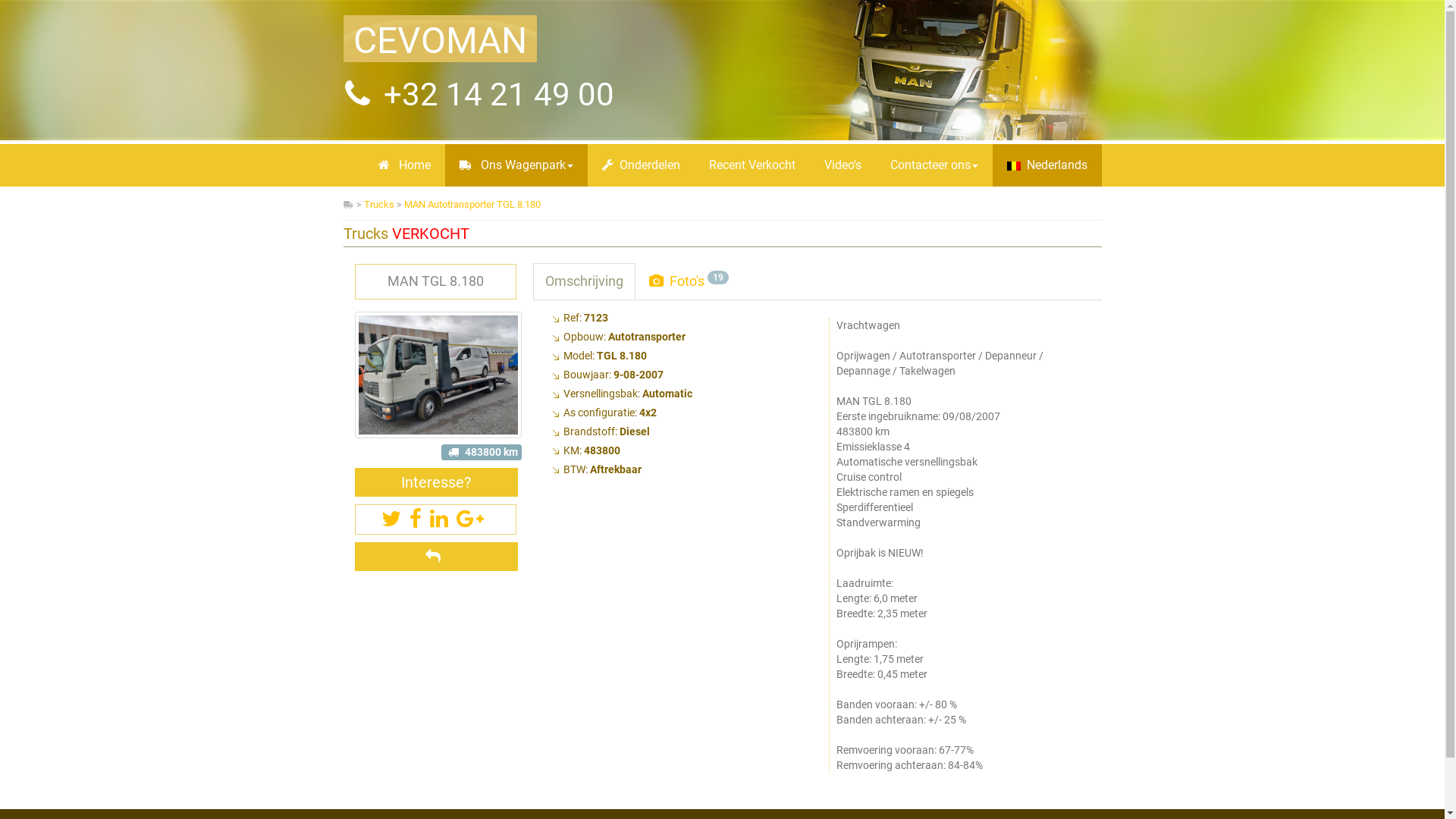 Image resolution: width=1456 pixels, height=819 pixels. I want to click on '+32 14 21 49 00', so click(494, 94).